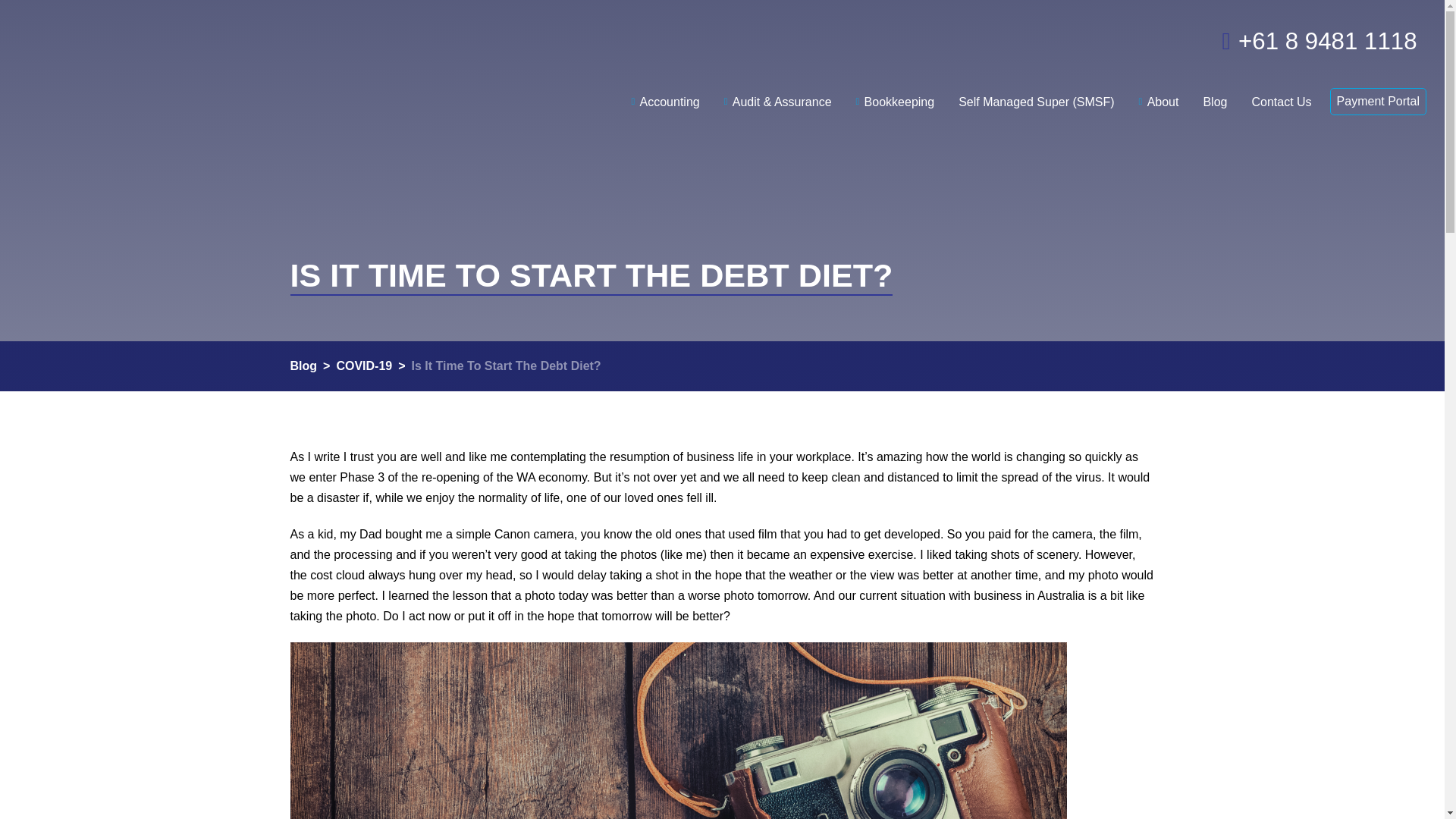 The width and height of the screenshot is (1456, 819). What do you see at coordinates (711, 90) in the screenshot?
I see `'Audit & Assurance'` at bounding box center [711, 90].